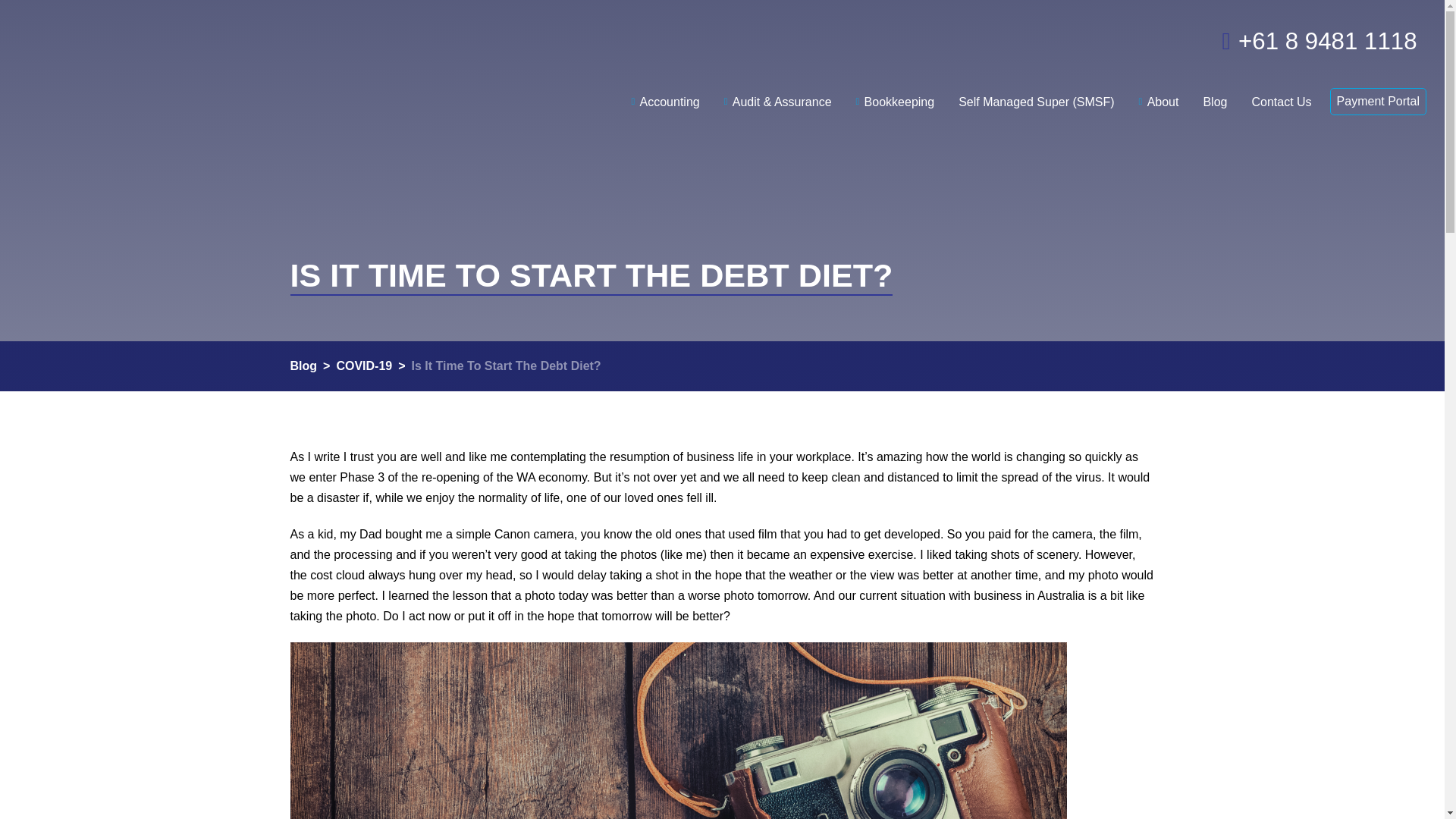 The width and height of the screenshot is (1456, 819). What do you see at coordinates (711, 90) in the screenshot?
I see `'Audit & Assurance'` at bounding box center [711, 90].